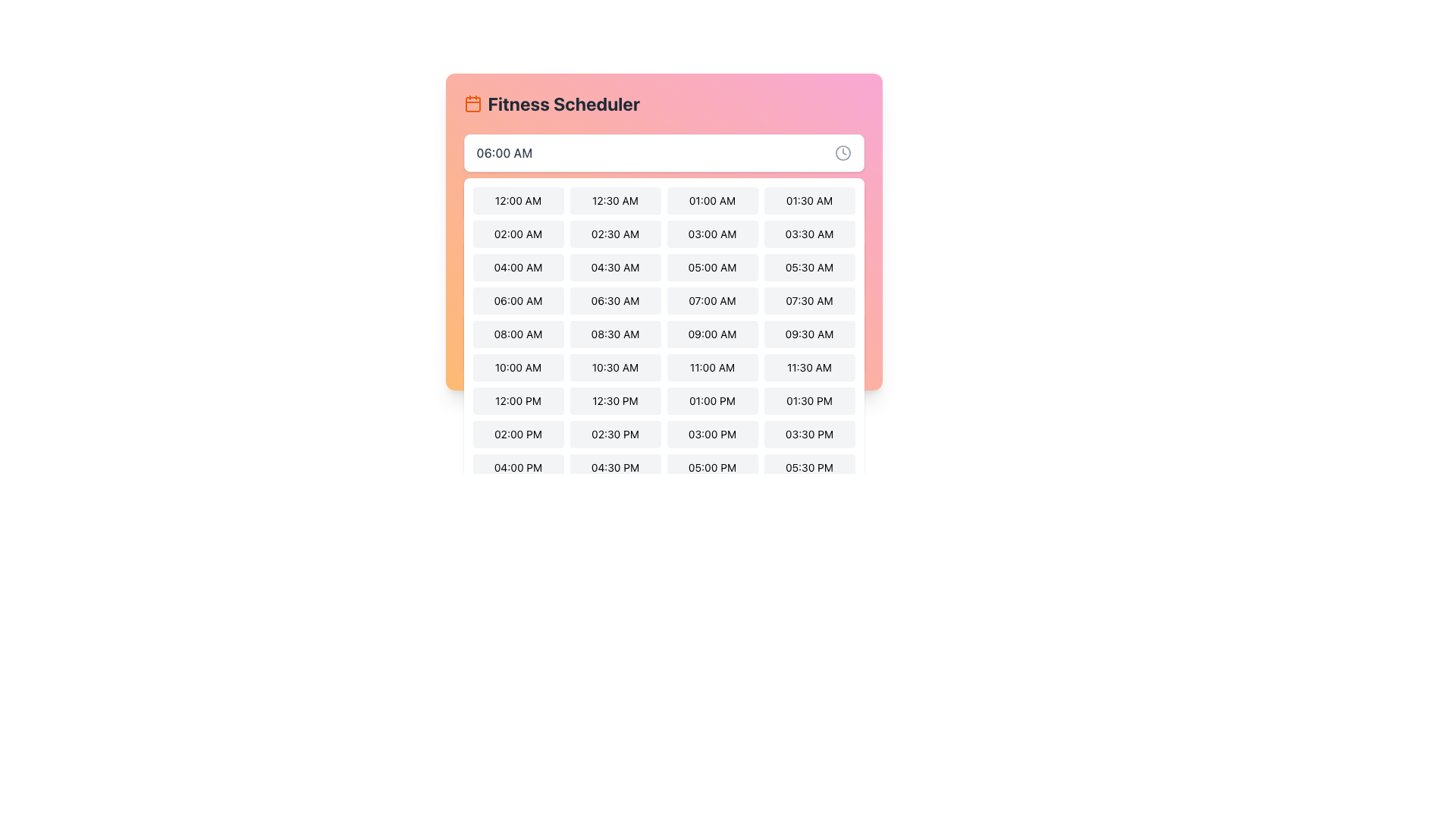 Image resolution: width=1456 pixels, height=819 pixels. I want to click on the button displaying '12:30 AM' with a light gray background and a white rounded border, so click(615, 200).